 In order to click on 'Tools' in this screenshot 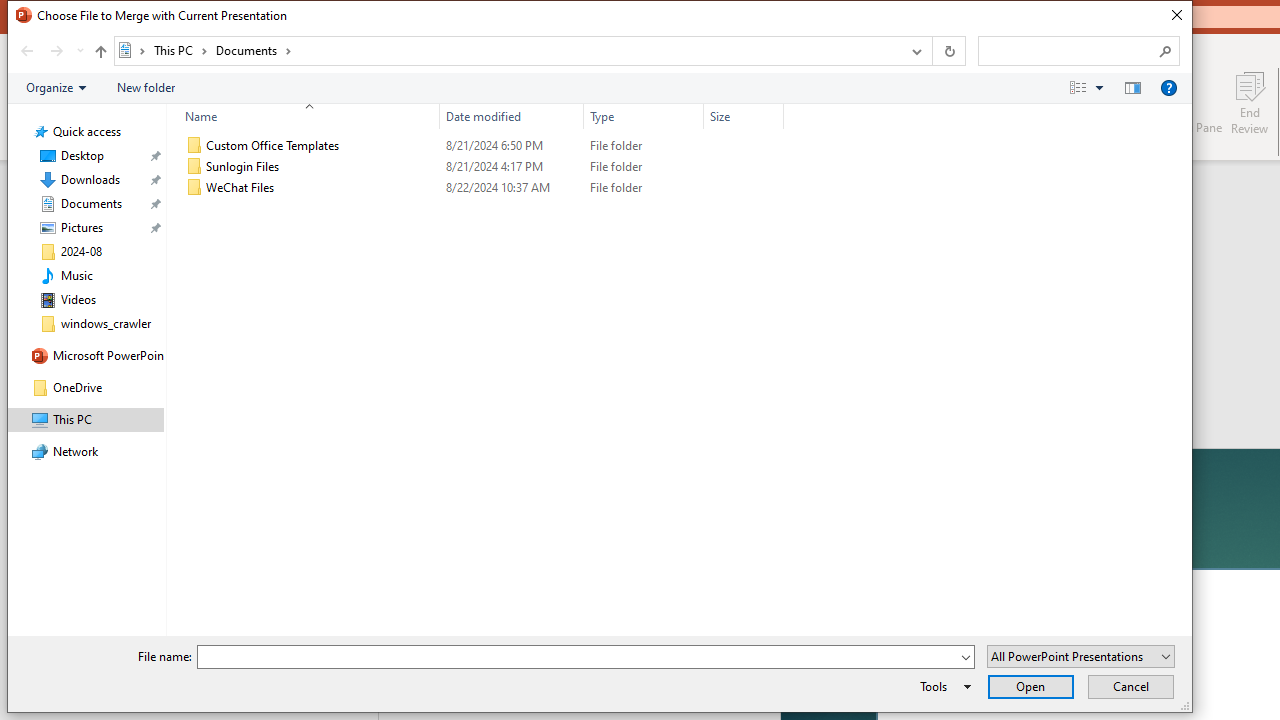, I will do `click(941, 685)`.